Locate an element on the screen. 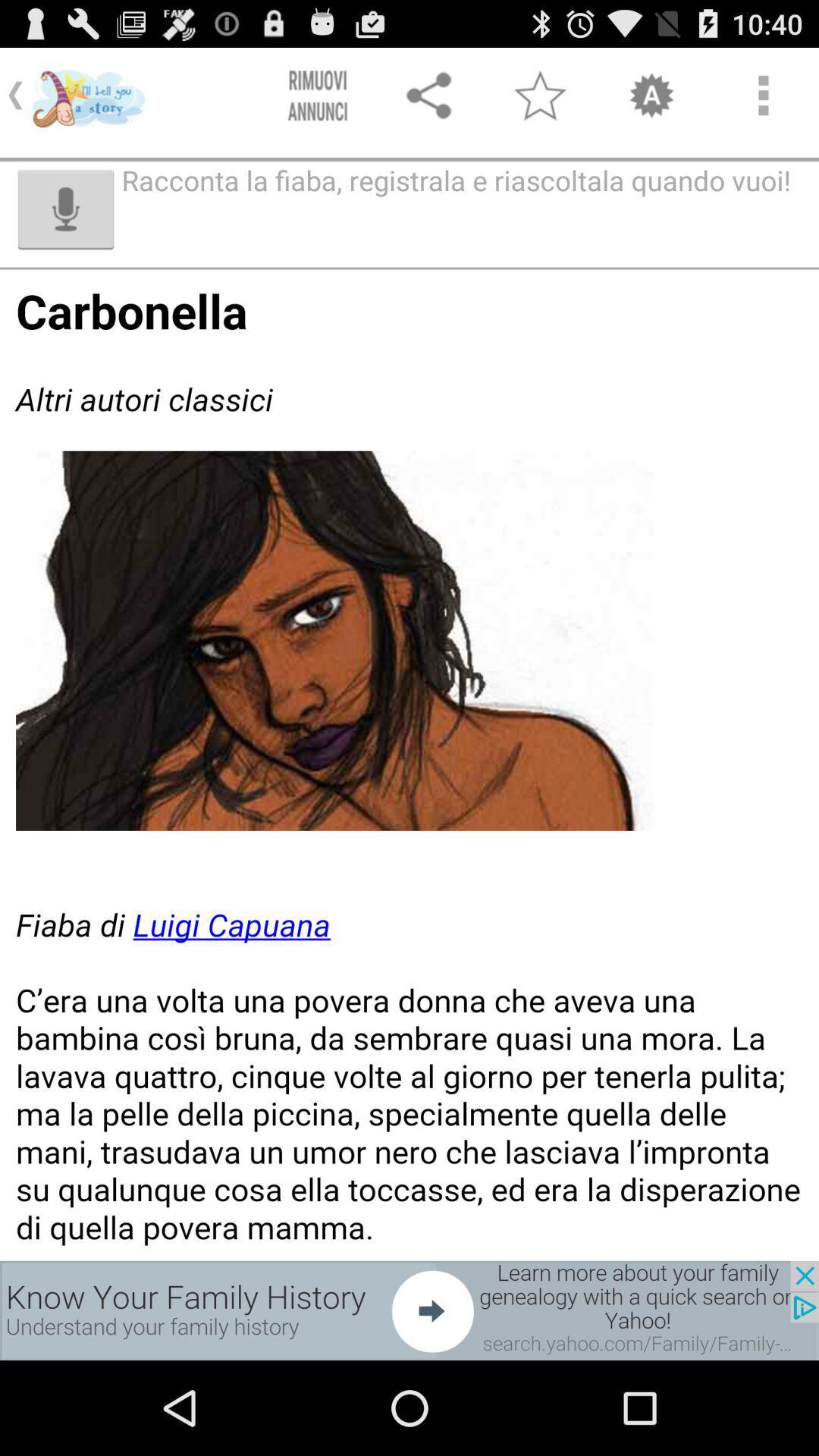 The height and width of the screenshot is (1456, 819). new advertisement go option is located at coordinates (409, 1310).